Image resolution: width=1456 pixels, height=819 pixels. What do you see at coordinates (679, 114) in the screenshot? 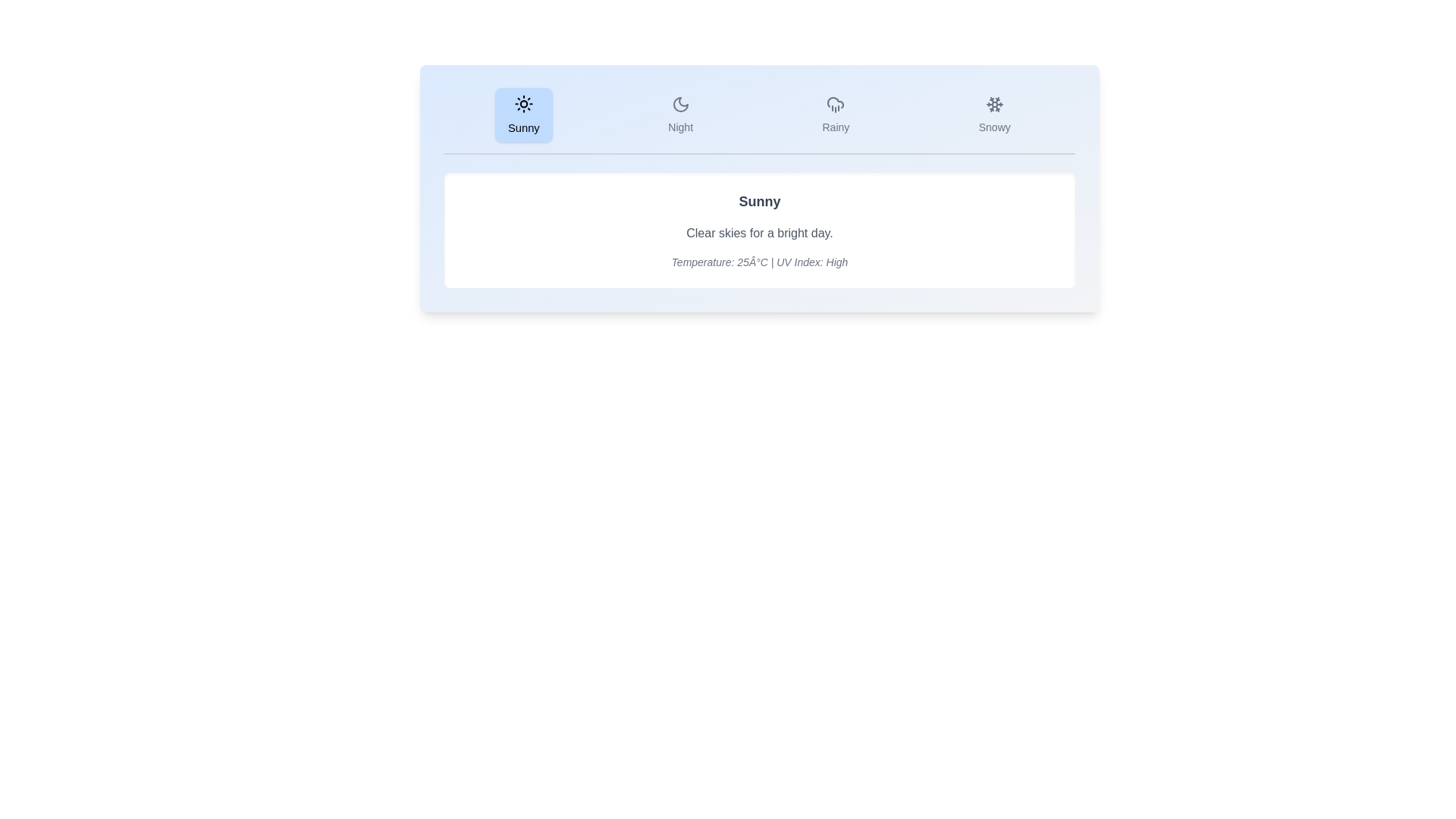
I see `the Night tab by clicking on its button` at bounding box center [679, 114].